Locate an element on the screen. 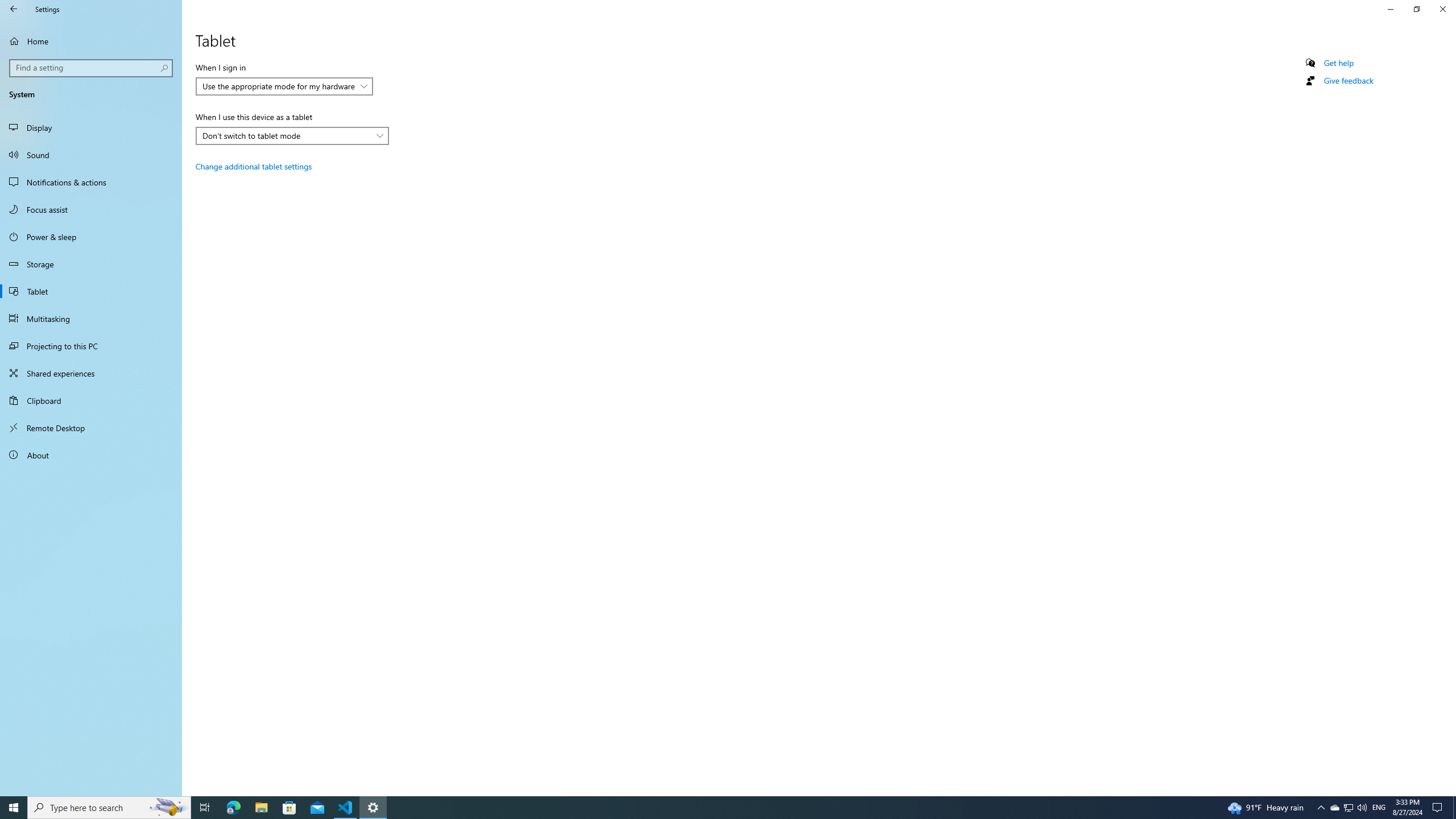 This screenshot has height=819, width=1456. 'Shared experiences' is located at coordinates (90, 372).